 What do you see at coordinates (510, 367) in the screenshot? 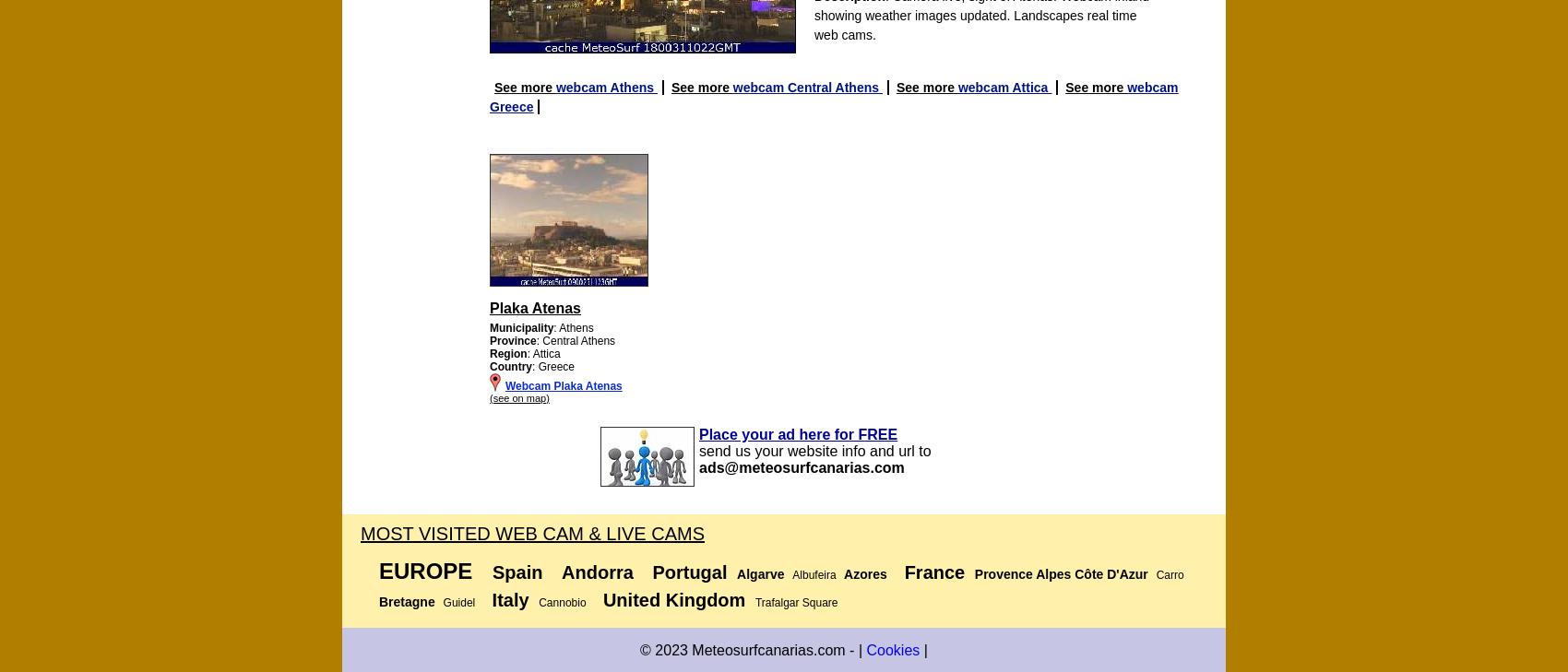
I see `'Country'` at bounding box center [510, 367].